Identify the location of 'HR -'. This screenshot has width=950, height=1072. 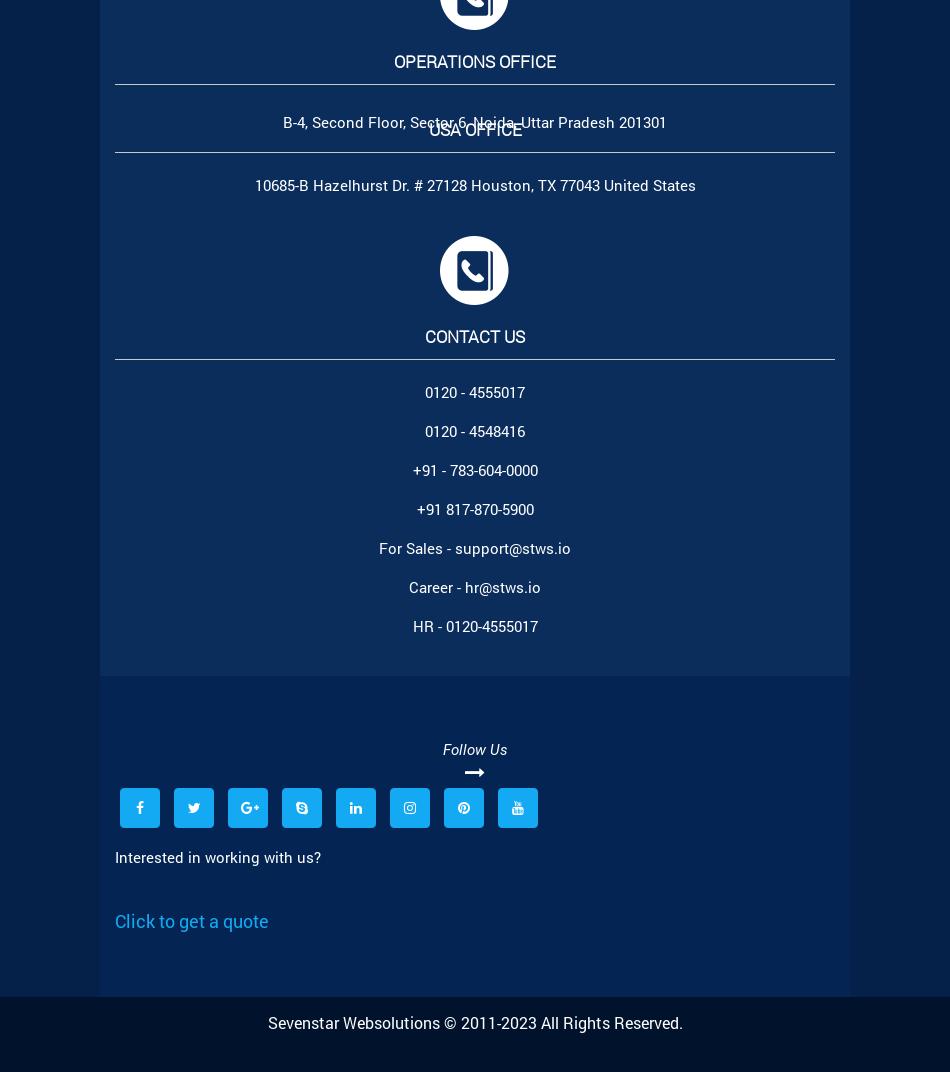
(427, 626).